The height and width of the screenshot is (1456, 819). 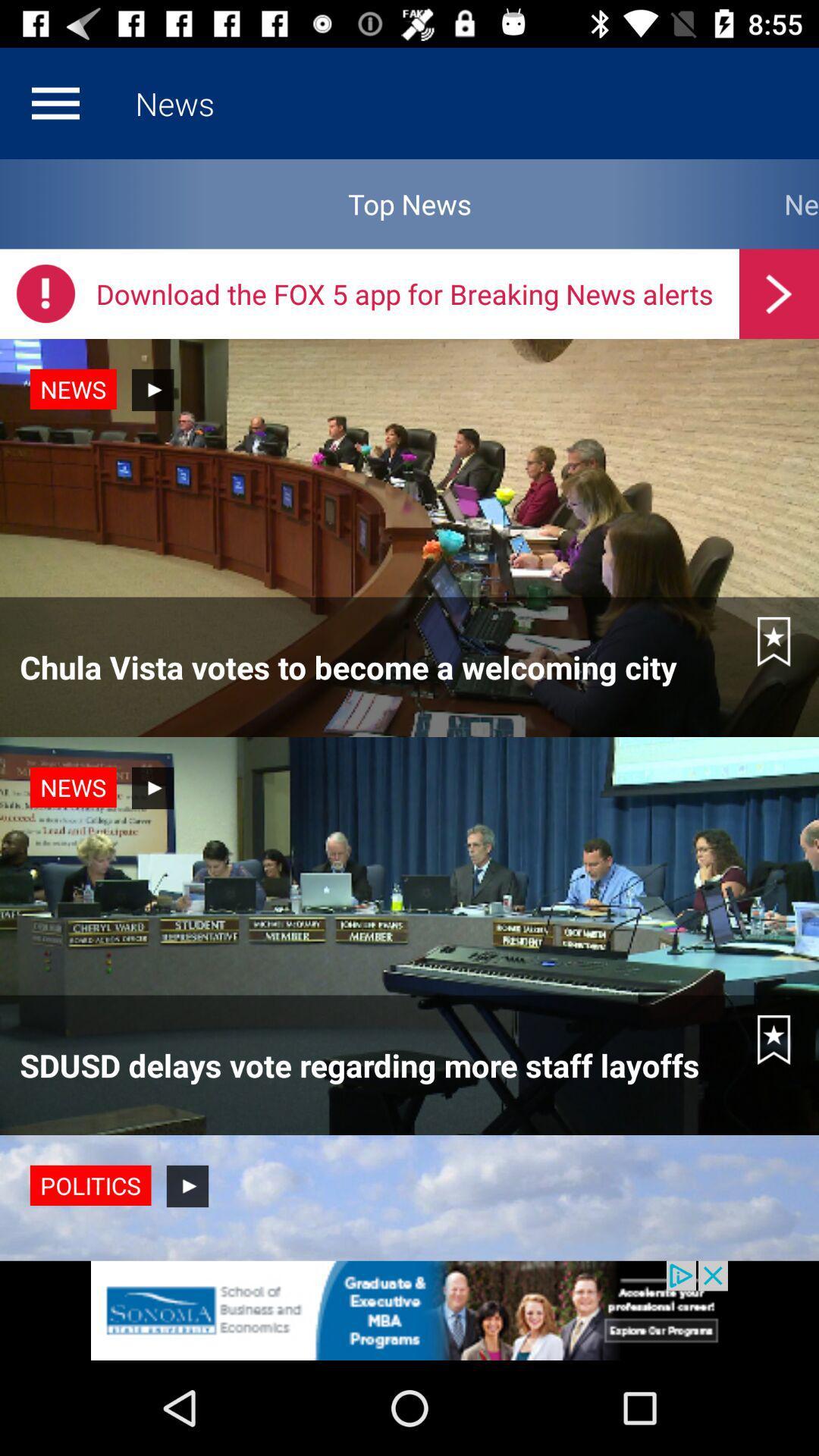 I want to click on click discriiption, so click(x=409, y=1310).